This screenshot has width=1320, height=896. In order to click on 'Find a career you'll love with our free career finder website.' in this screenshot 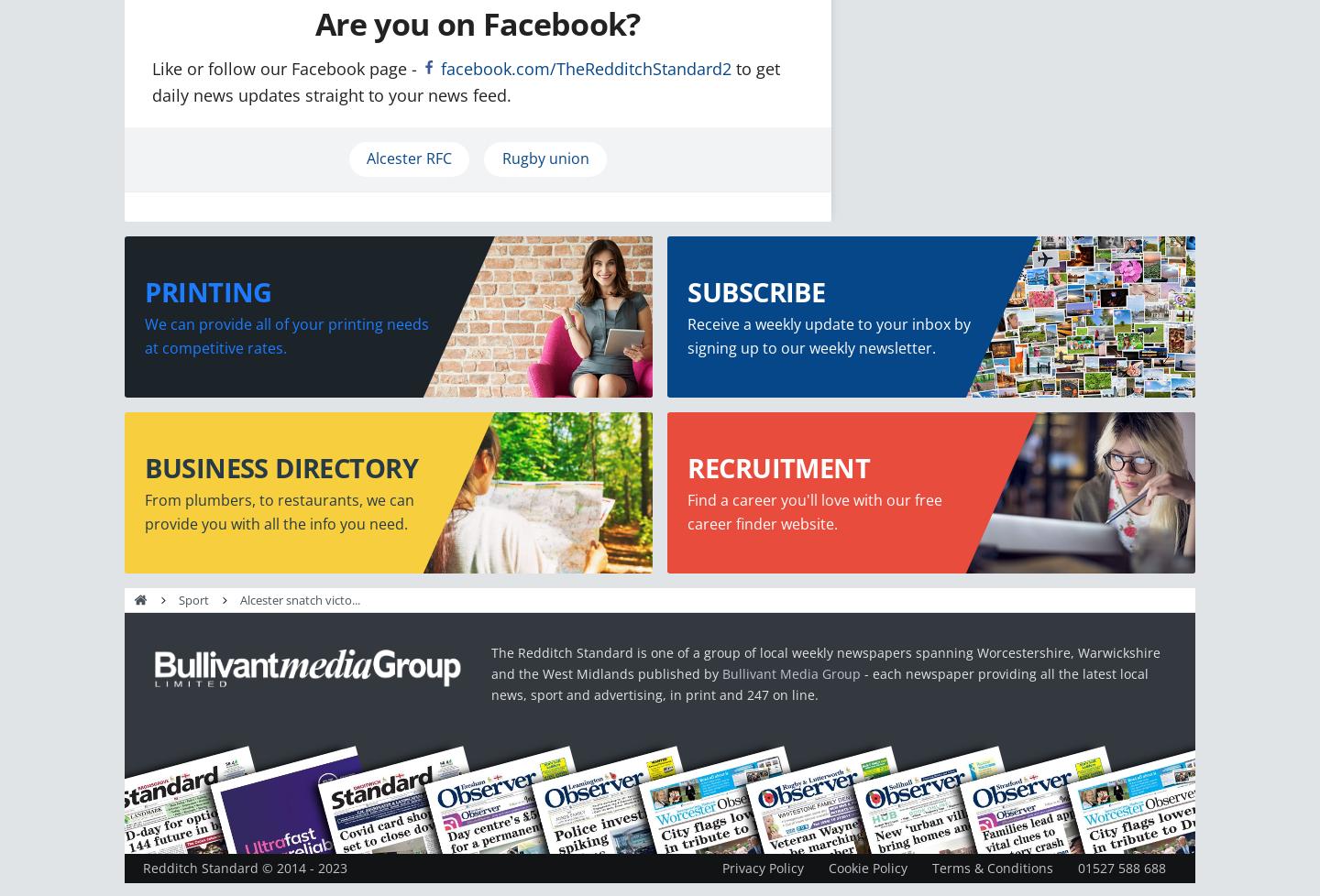, I will do `click(814, 511)`.